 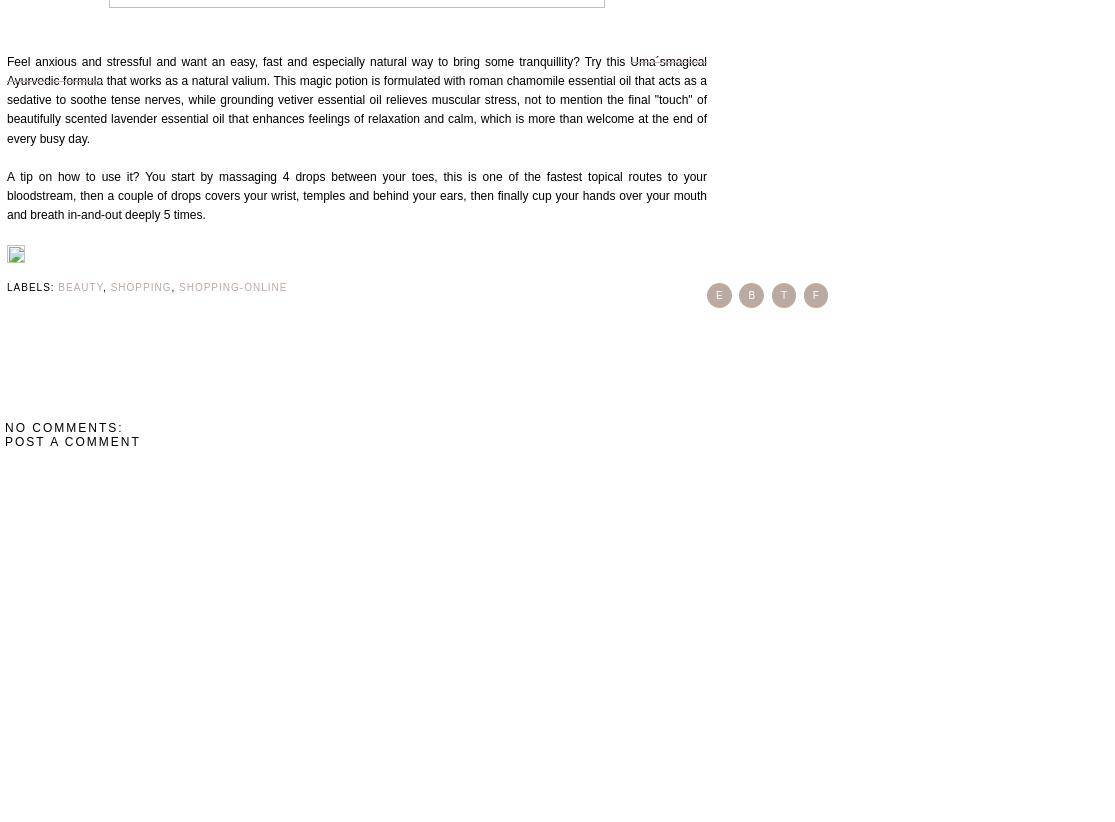 I want to click on 'Post a Comment', so click(x=72, y=440).